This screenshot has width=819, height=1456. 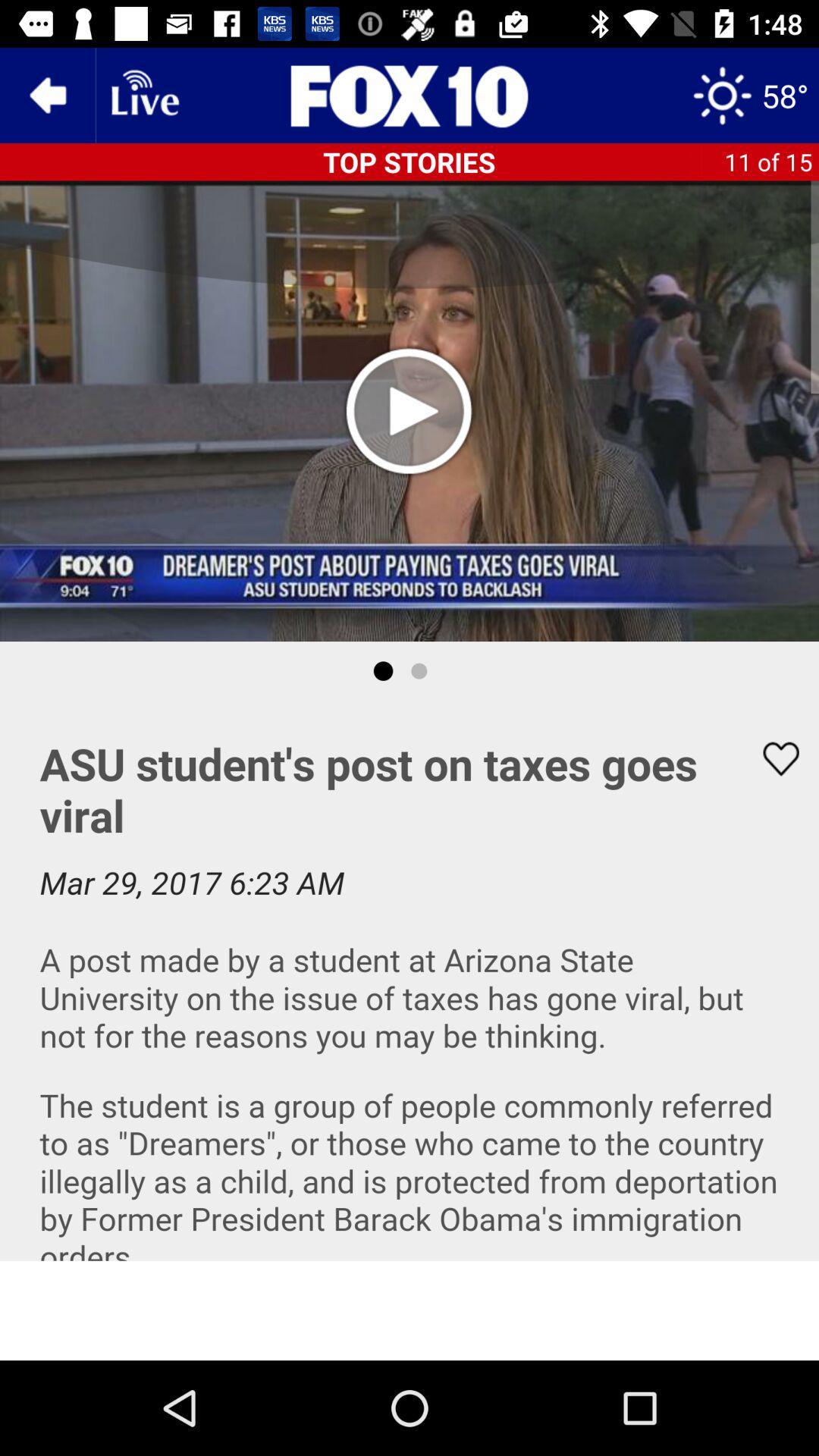 I want to click on backward, so click(x=46, y=94).